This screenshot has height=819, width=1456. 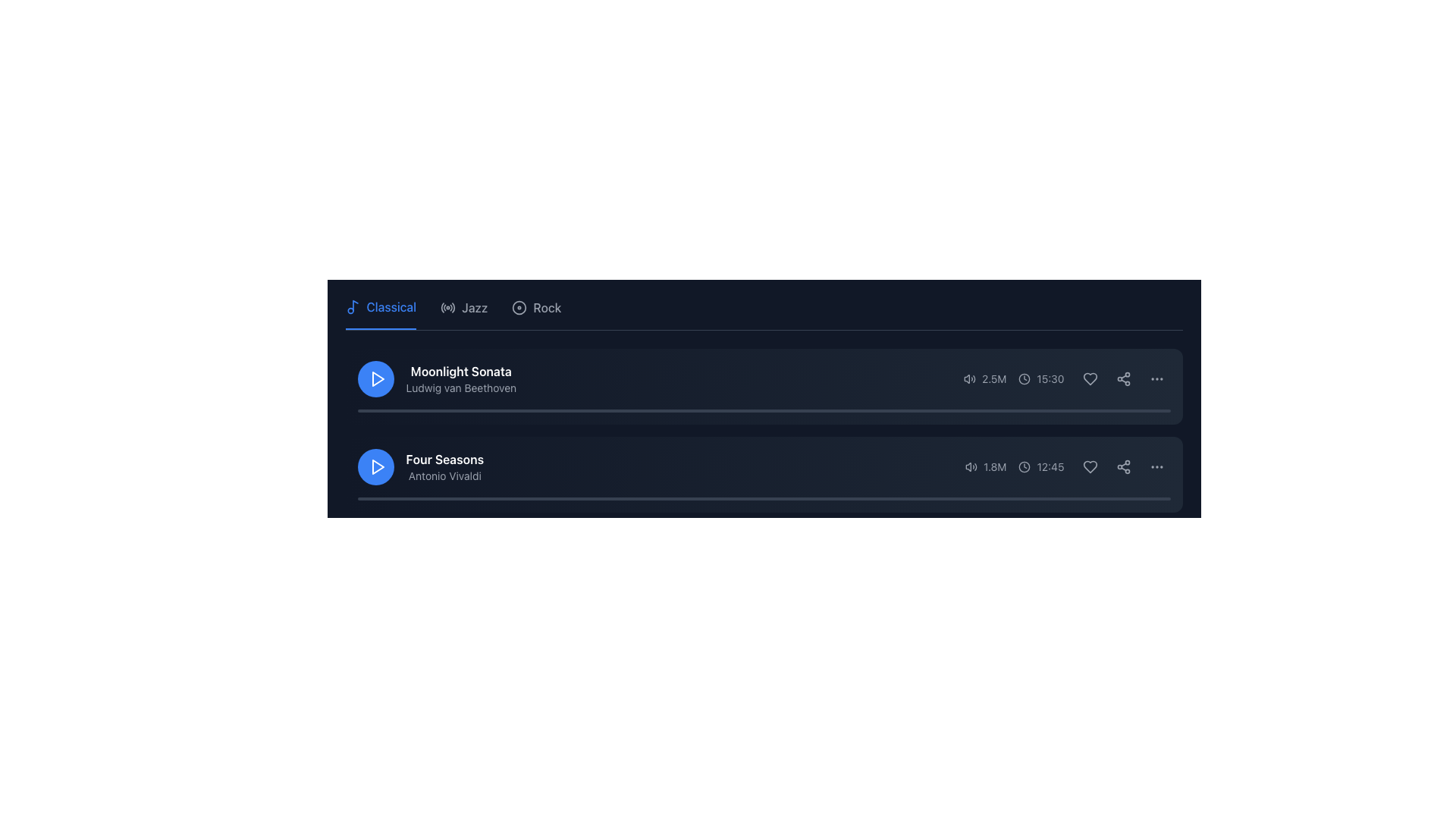 I want to click on the second ellipsis icon in the list, so click(x=1156, y=466).